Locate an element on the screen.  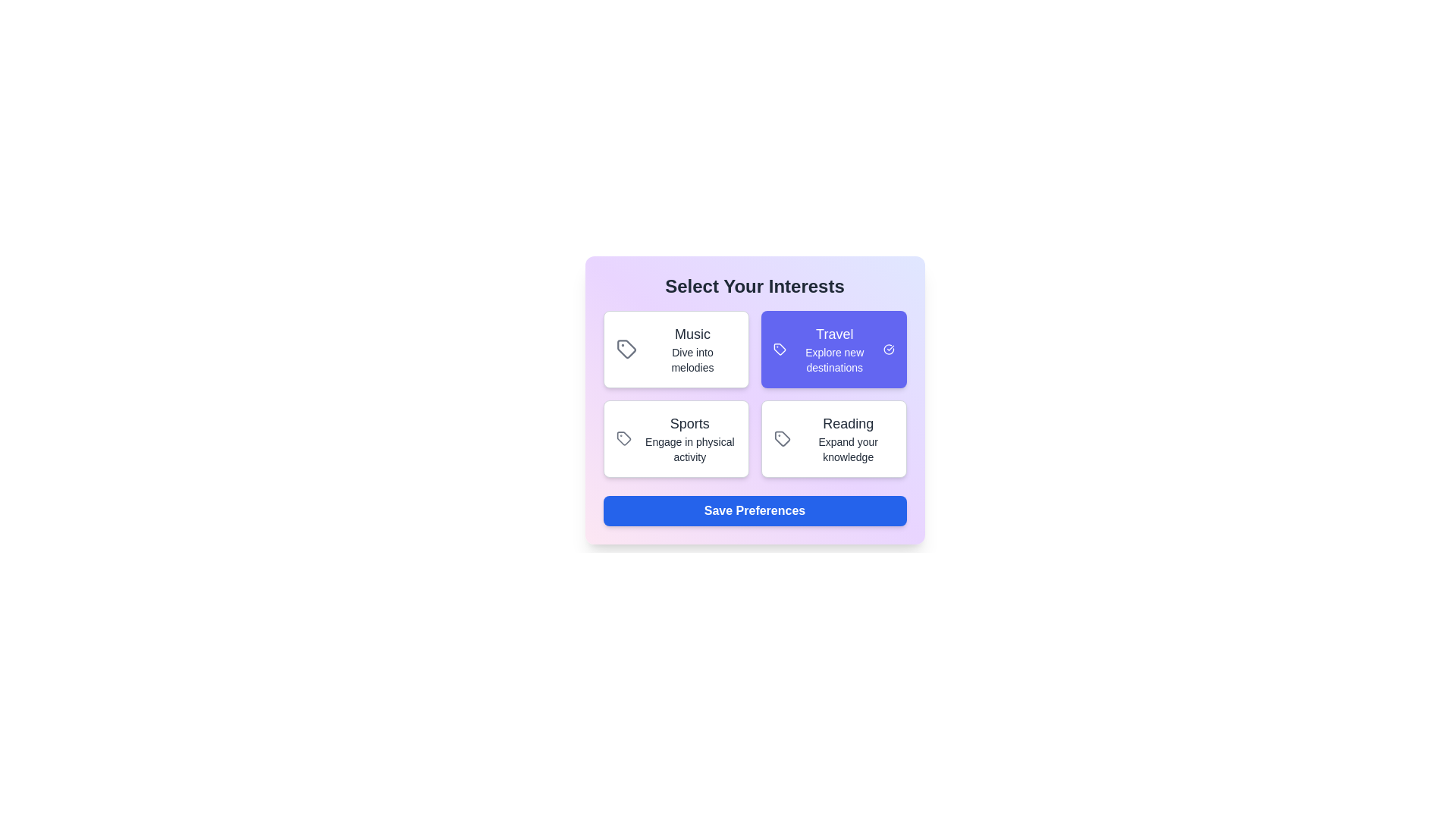
the interest card labeled Travel is located at coordinates (833, 350).